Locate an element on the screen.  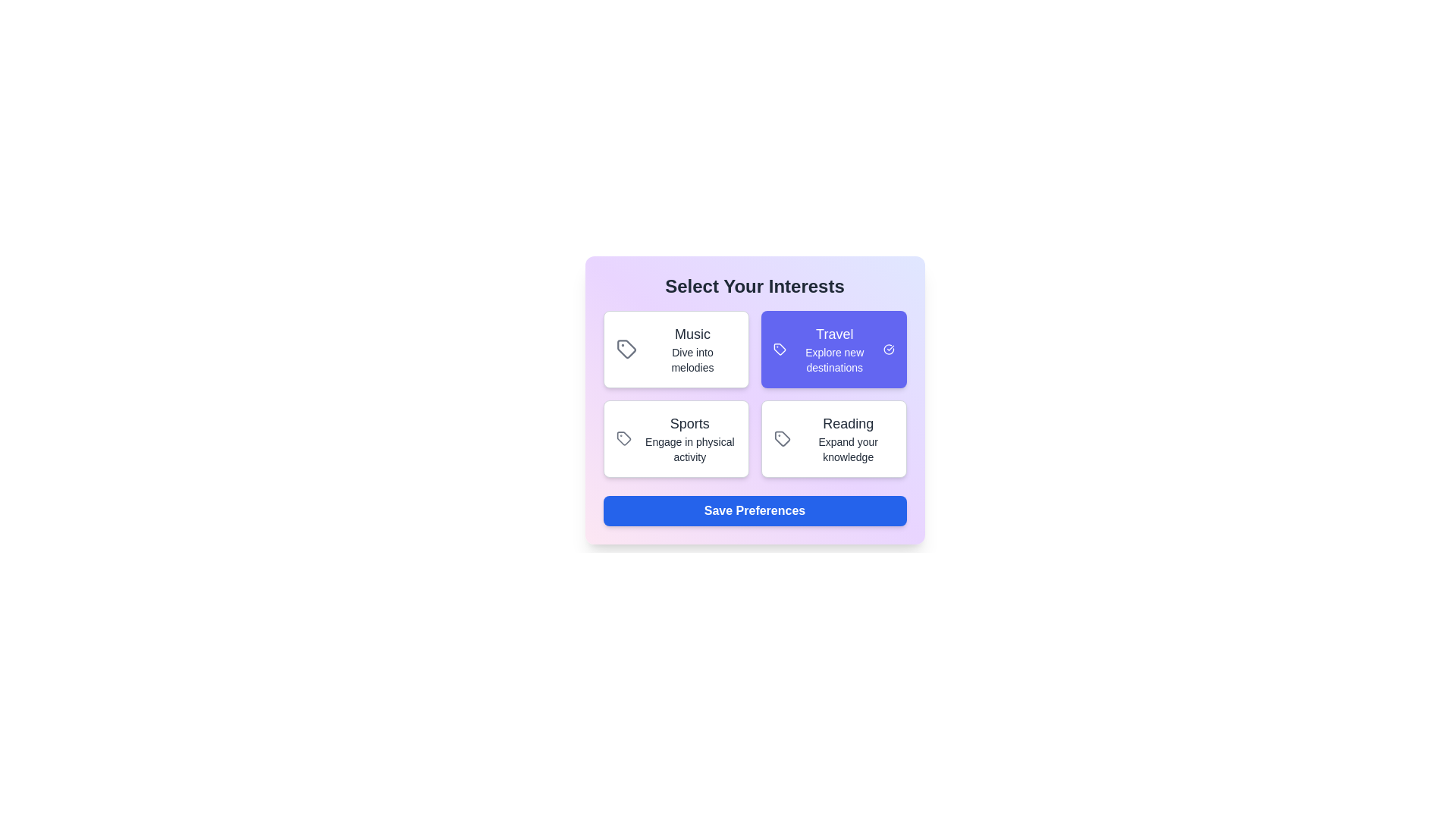
the interest card labeled Travel is located at coordinates (833, 350).